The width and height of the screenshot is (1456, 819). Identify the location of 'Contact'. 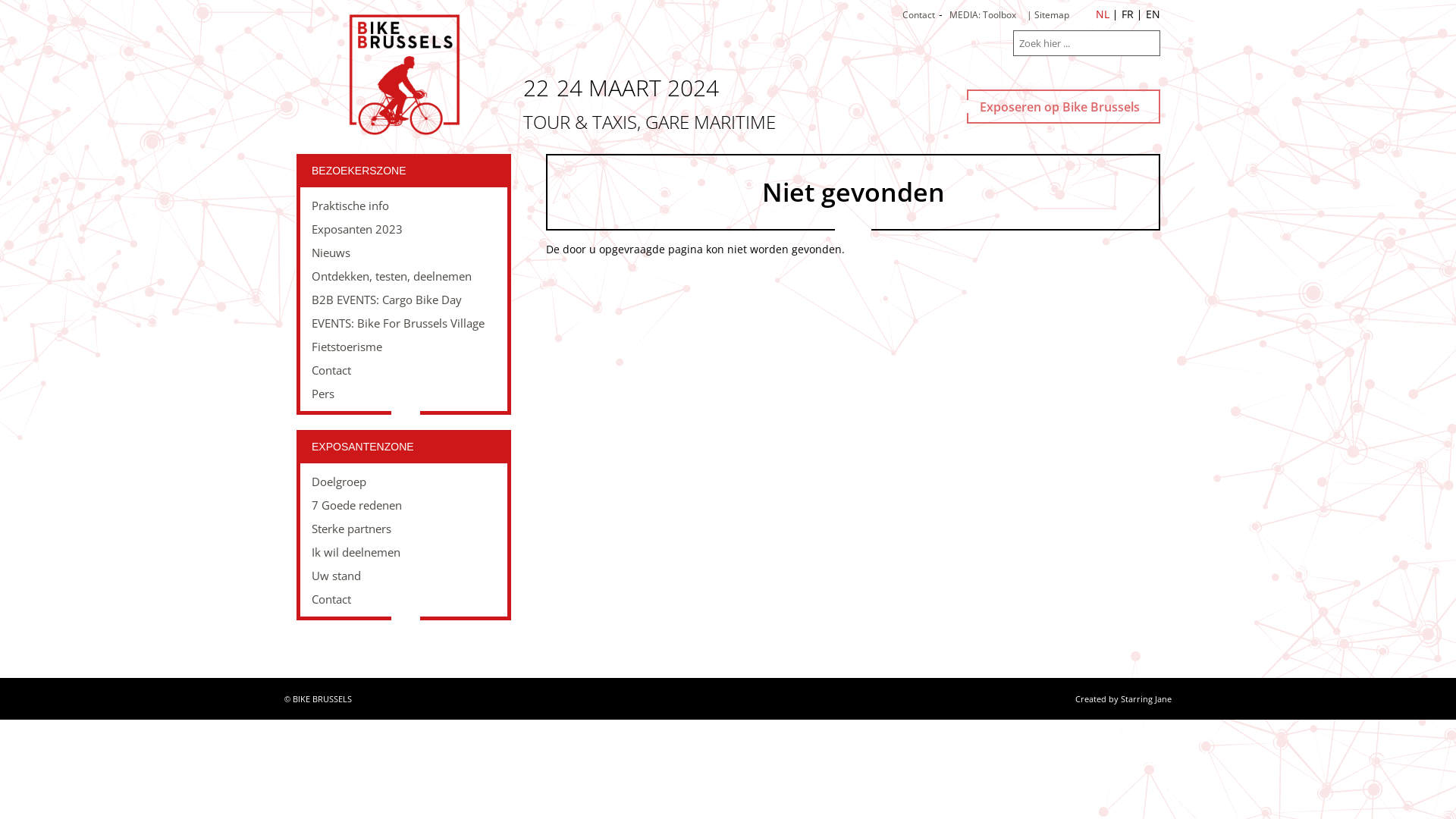
(918, 14).